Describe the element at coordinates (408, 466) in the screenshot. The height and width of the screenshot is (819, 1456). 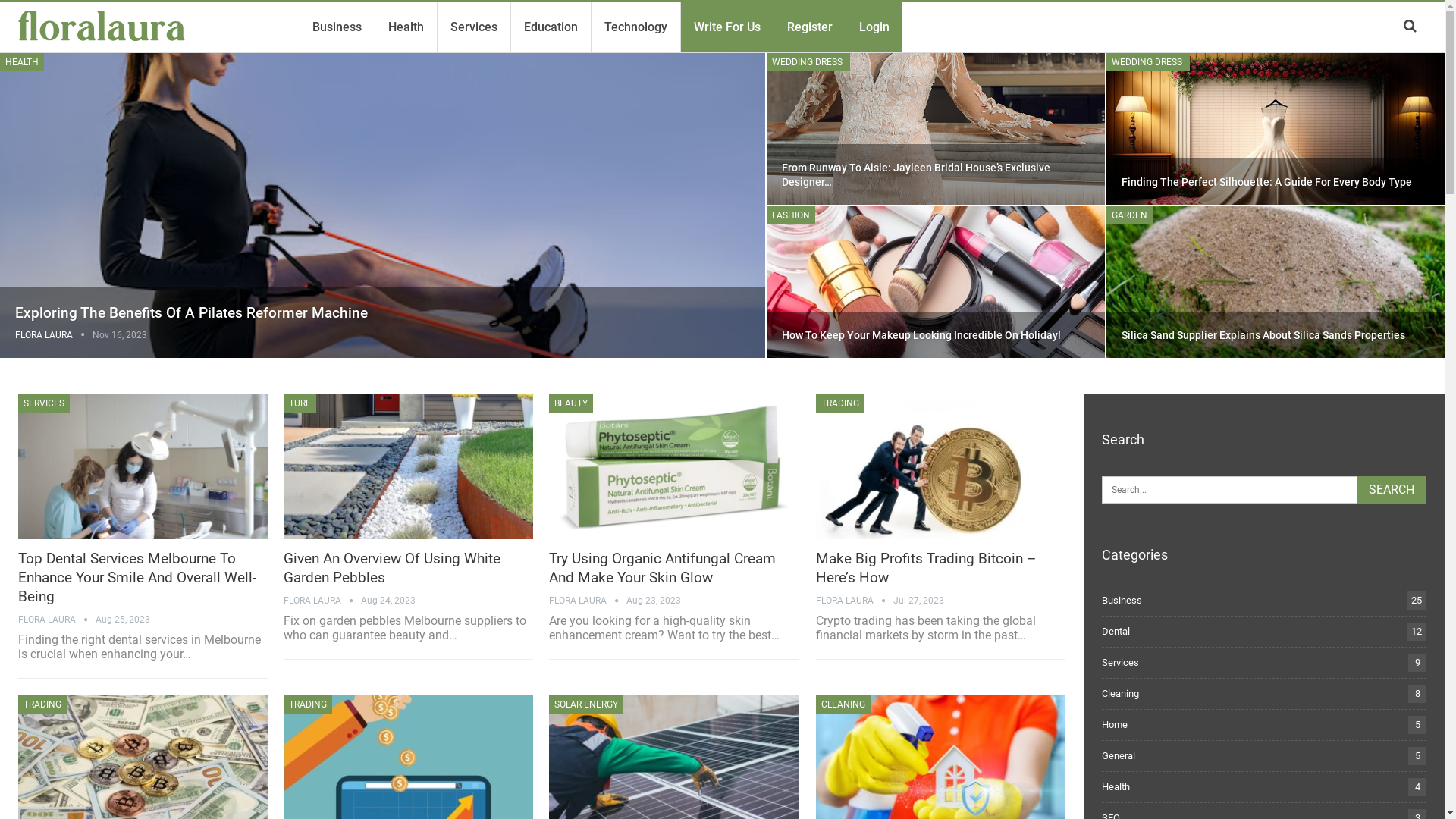
I see `'Given An Overview Of Using White Garden Pebbles'` at that location.